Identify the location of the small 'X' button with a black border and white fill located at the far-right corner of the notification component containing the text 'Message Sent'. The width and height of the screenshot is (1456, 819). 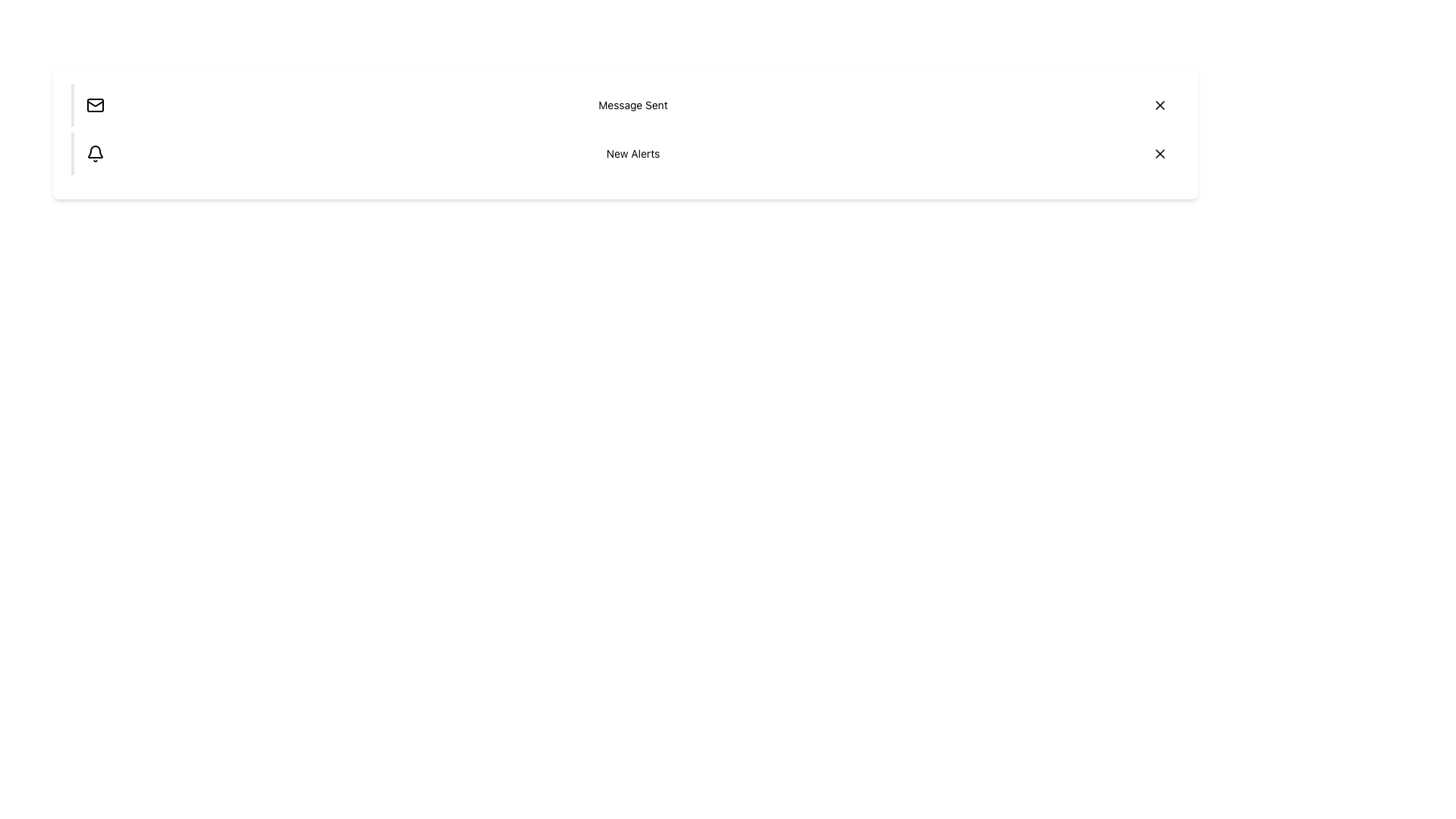
(1159, 104).